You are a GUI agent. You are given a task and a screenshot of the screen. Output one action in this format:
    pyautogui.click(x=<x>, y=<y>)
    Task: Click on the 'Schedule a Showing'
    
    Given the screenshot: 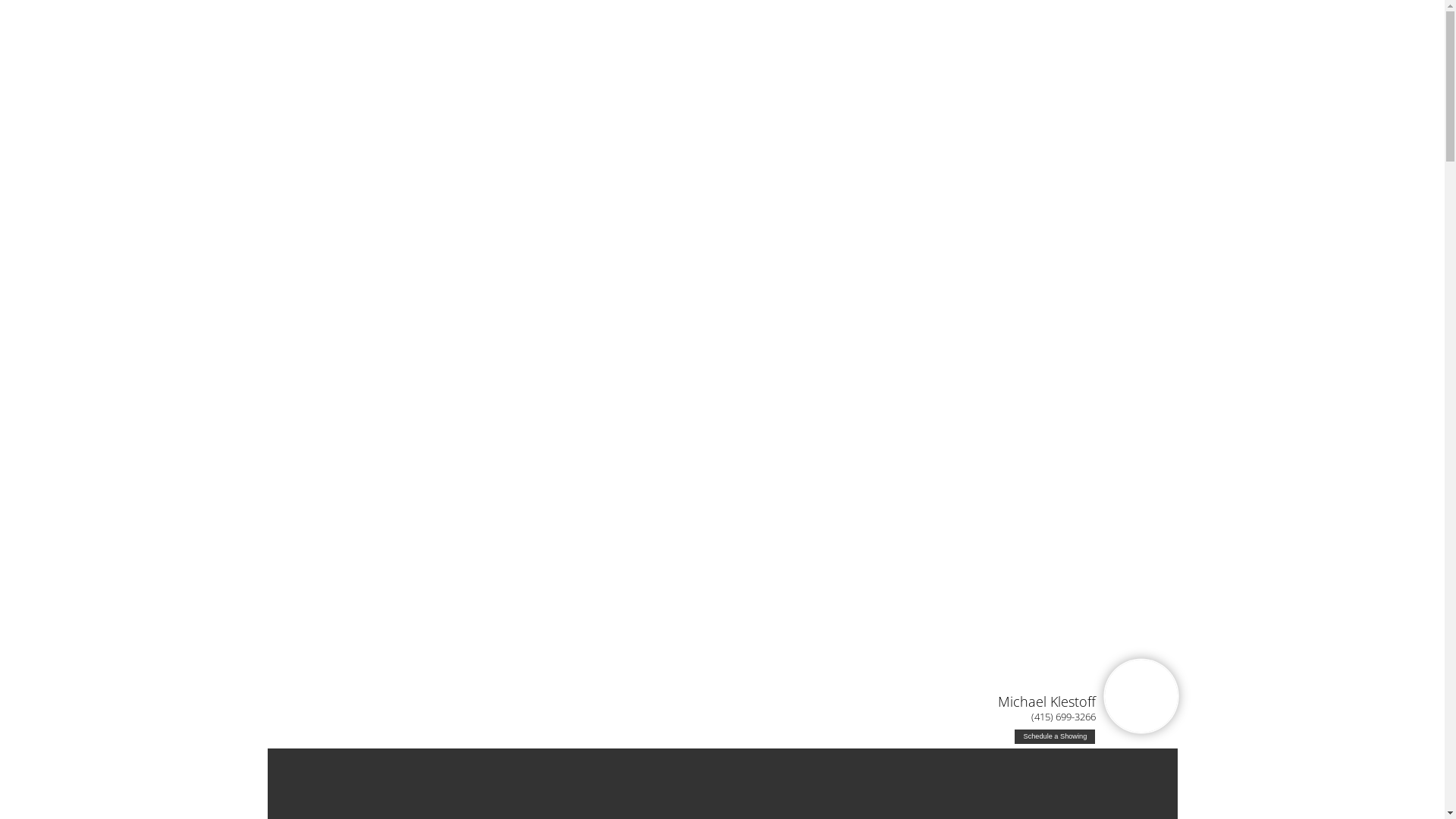 What is the action you would take?
    pyautogui.click(x=1054, y=736)
    